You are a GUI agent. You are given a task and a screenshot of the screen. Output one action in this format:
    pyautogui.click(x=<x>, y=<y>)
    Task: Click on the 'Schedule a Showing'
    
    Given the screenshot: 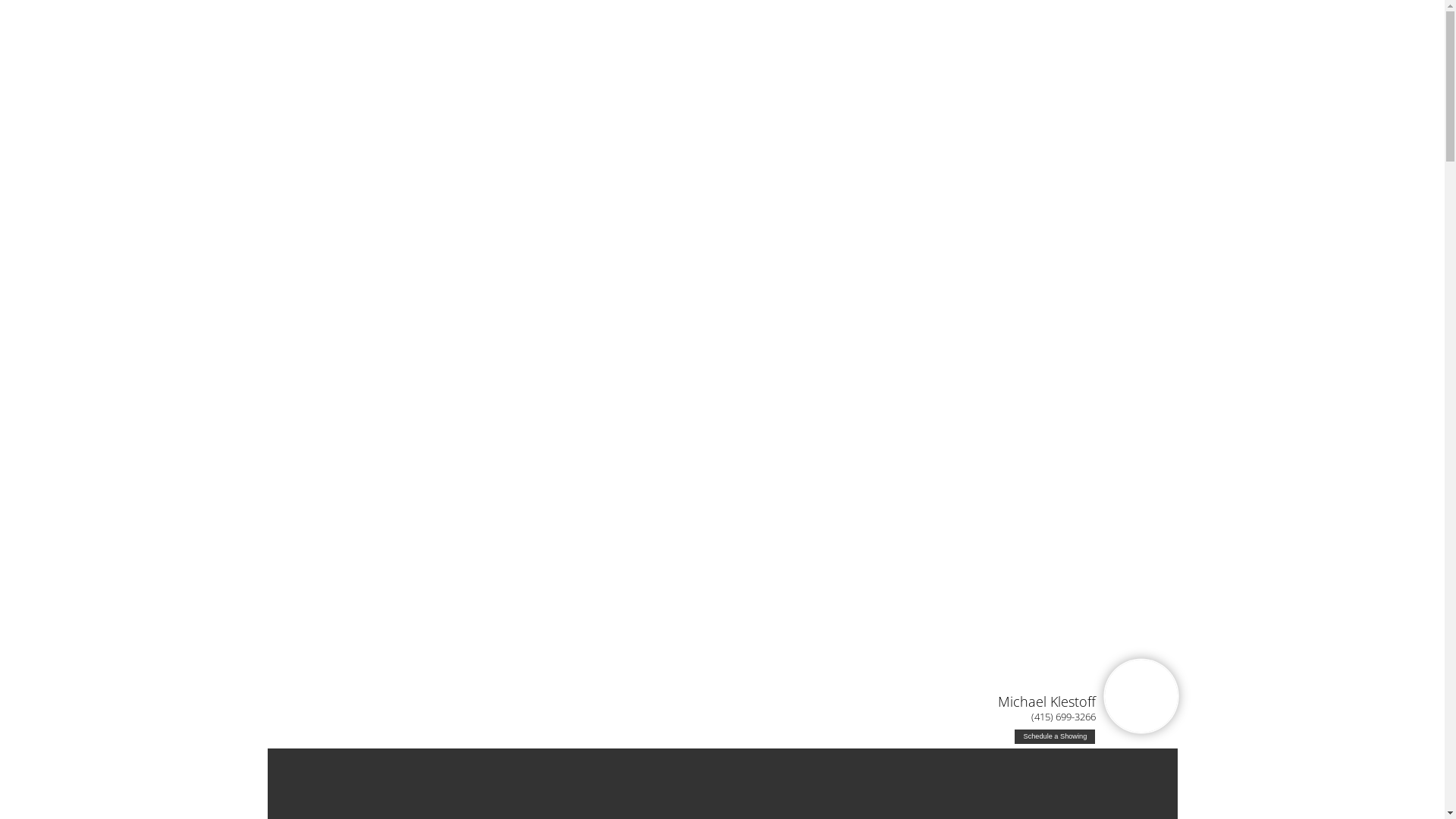 What is the action you would take?
    pyautogui.click(x=1054, y=736)
    